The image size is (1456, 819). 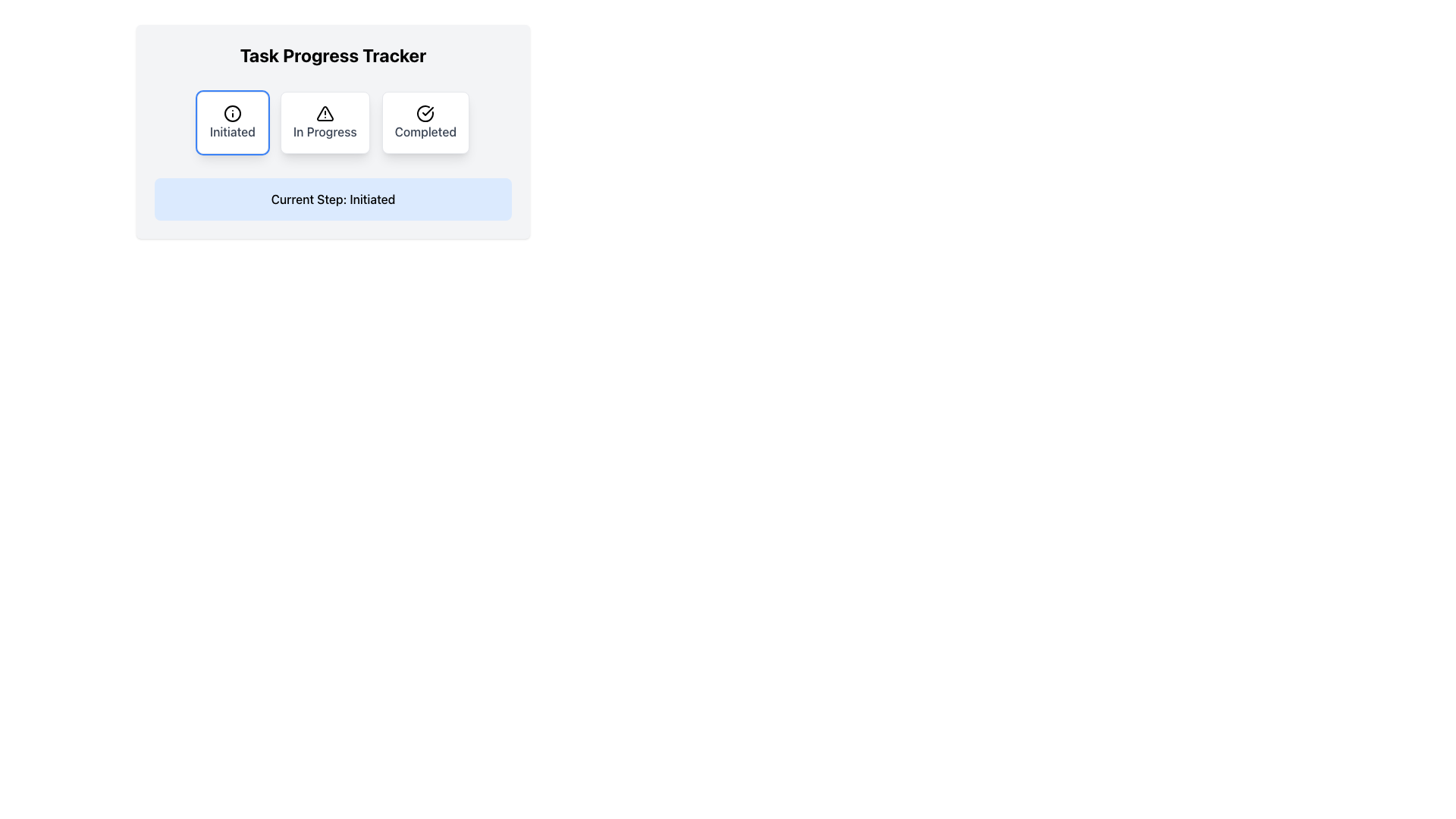 What do you see at coordinates (425, 113) in the screenshot?
I see `the circular icon with a checkmark inside, which is positioned to the right of three status indicators in the 'Task Progress Tracker' interface, directly above the text 'Completed'` at bounding box center [425, 113].